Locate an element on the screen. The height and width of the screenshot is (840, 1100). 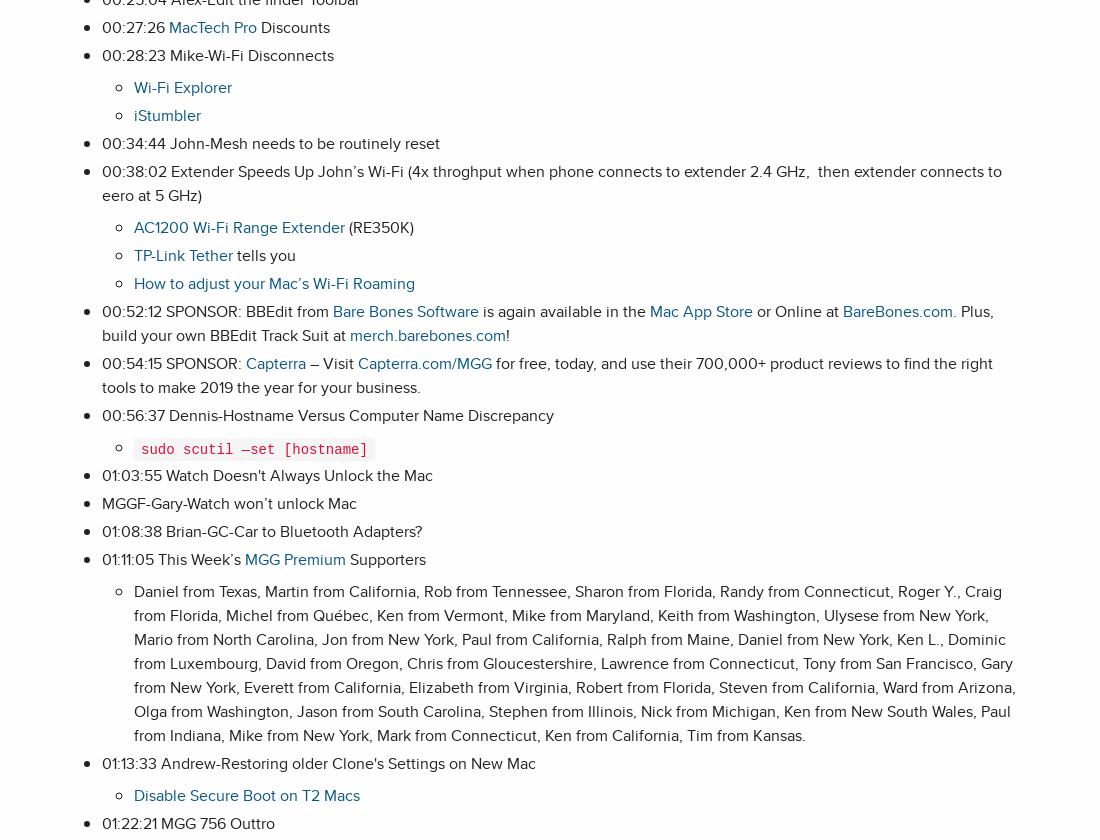
'01:22:21 MGG 756 Outtro' is located at coordinates (187, 823).